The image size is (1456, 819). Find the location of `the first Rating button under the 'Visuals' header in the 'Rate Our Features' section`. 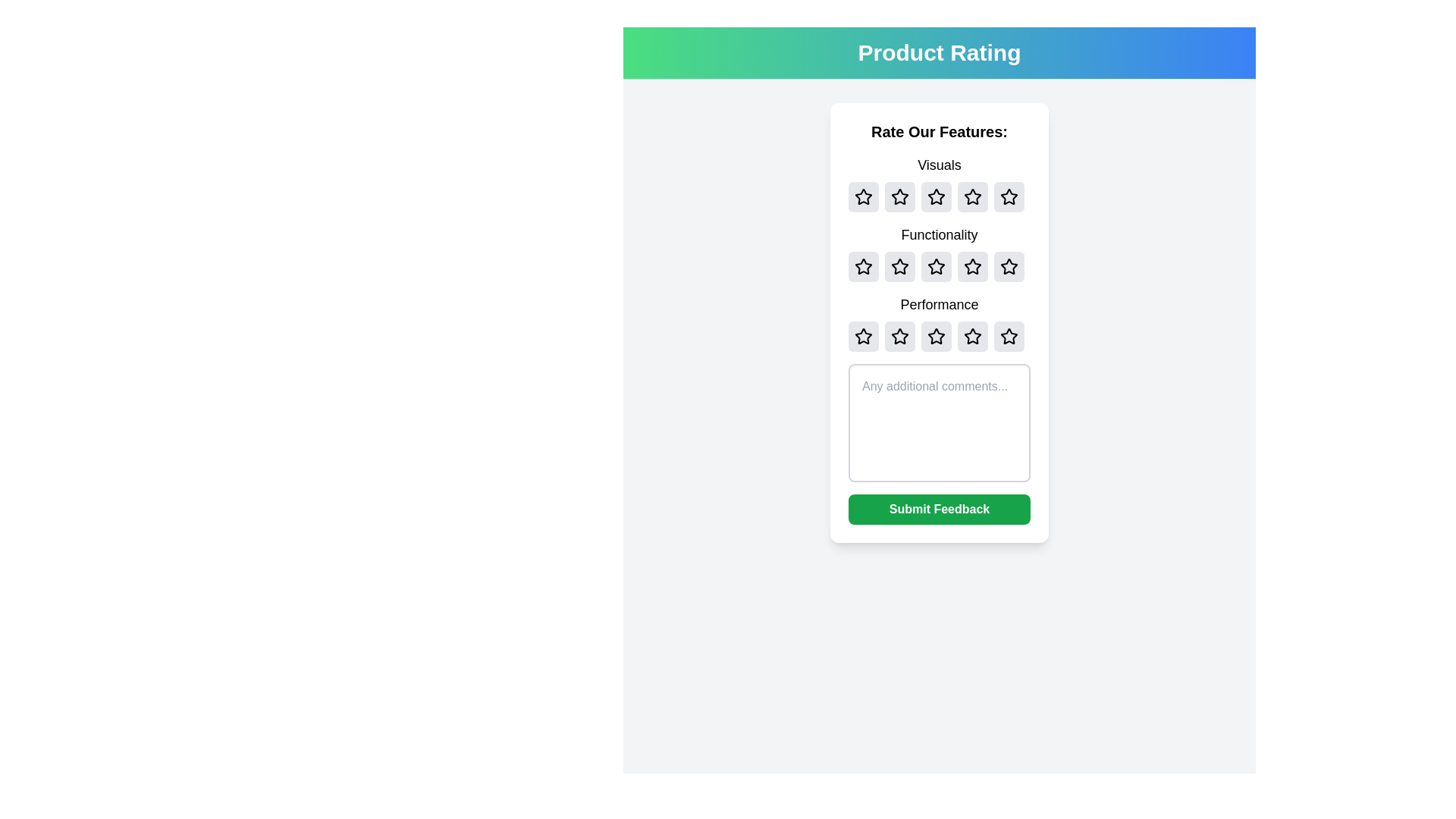

the first Rating button under the 'Visuals' header in the 'Rate Our Features' section is located at coordinates (863, 196).